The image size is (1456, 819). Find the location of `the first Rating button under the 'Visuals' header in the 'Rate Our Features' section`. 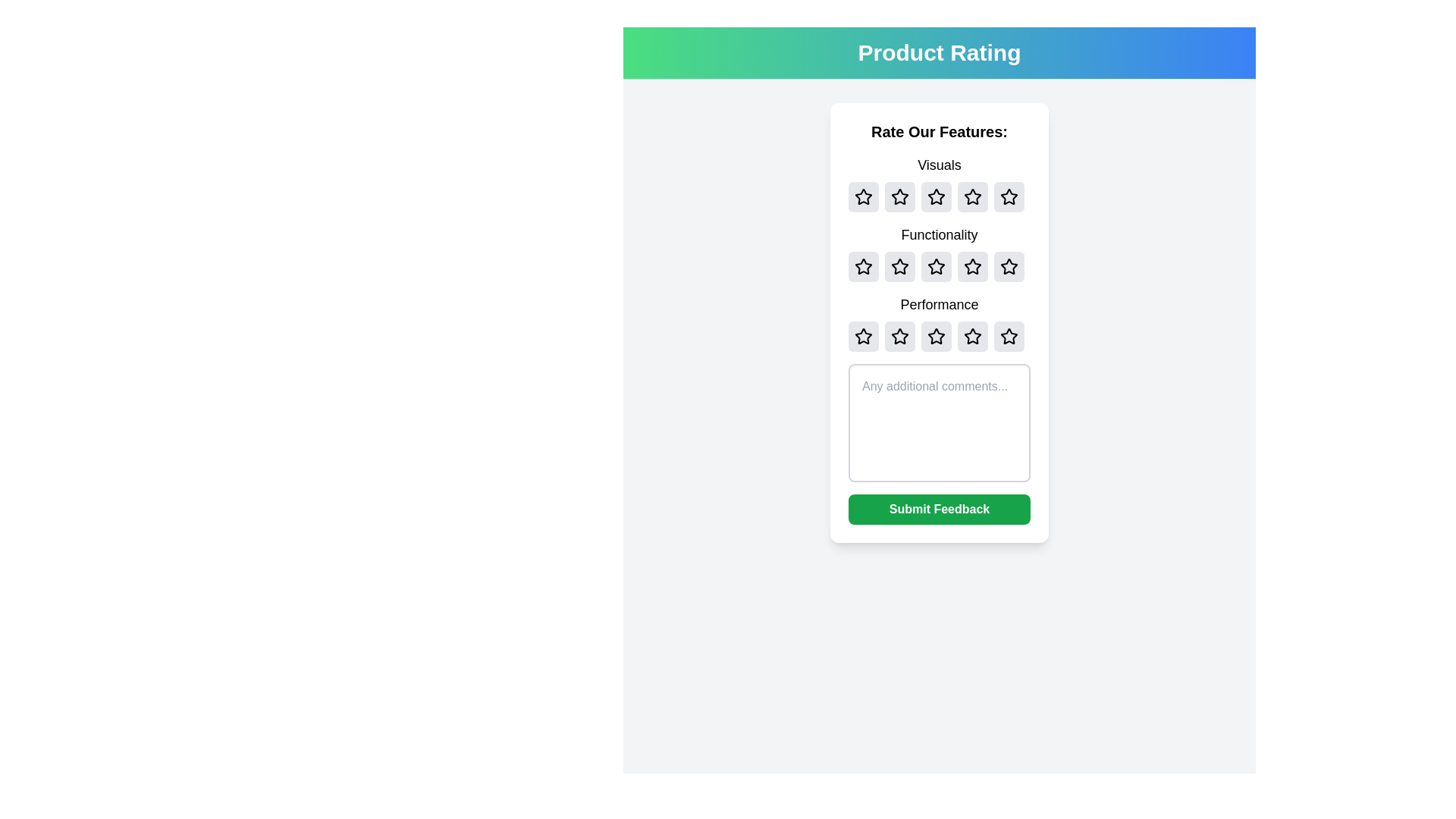

the first Rating button under the 'Visuals' header in the 'Rate Our Features' section is located at coordinates (863, 196).